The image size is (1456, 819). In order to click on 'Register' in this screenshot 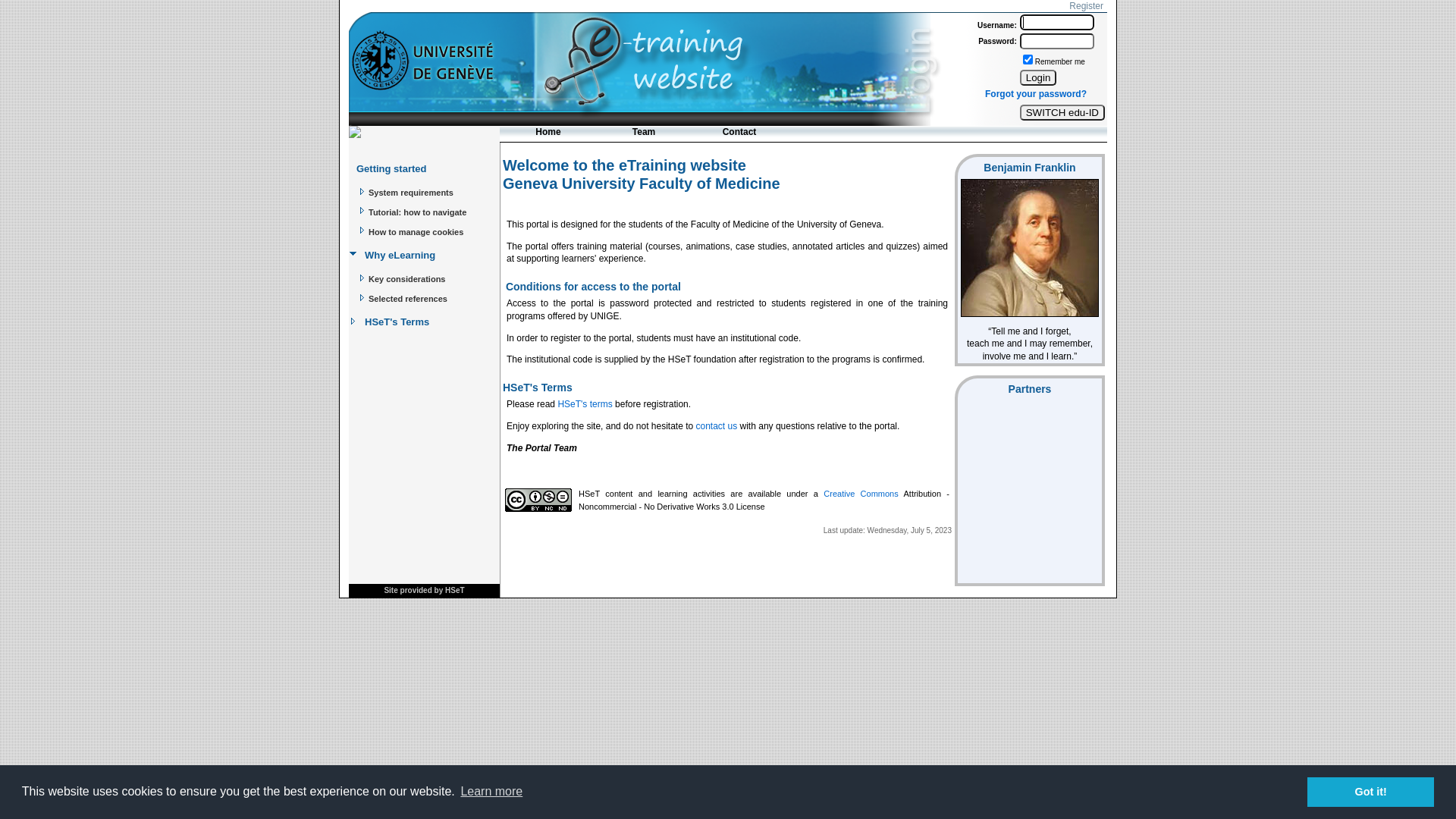, I will do `click(1065, 5)`.